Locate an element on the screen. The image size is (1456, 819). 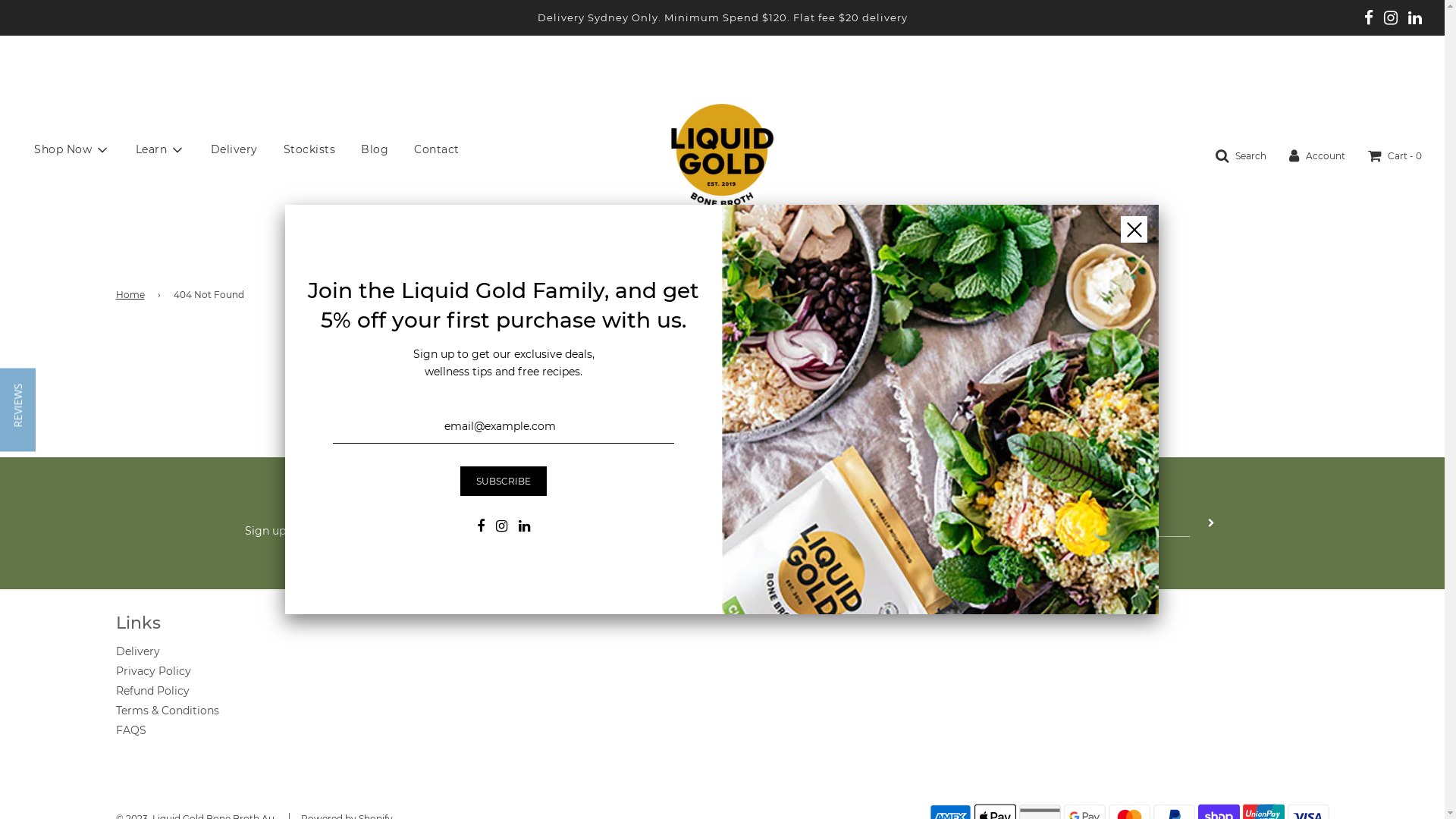
'Privacy Policy' is located at coordinates (152, 670).